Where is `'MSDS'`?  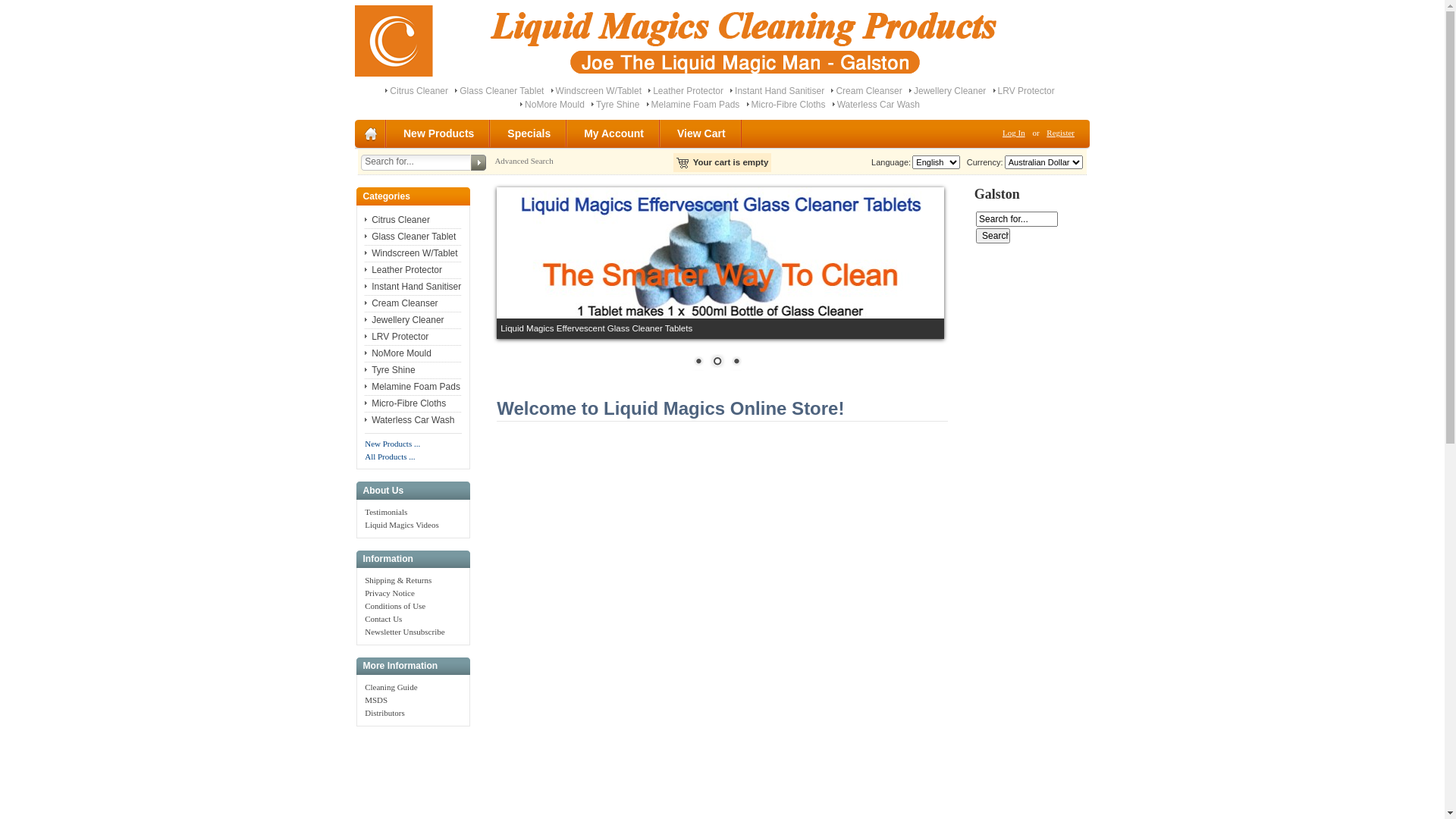
'MSDS' is located at coordinates (375, 699).